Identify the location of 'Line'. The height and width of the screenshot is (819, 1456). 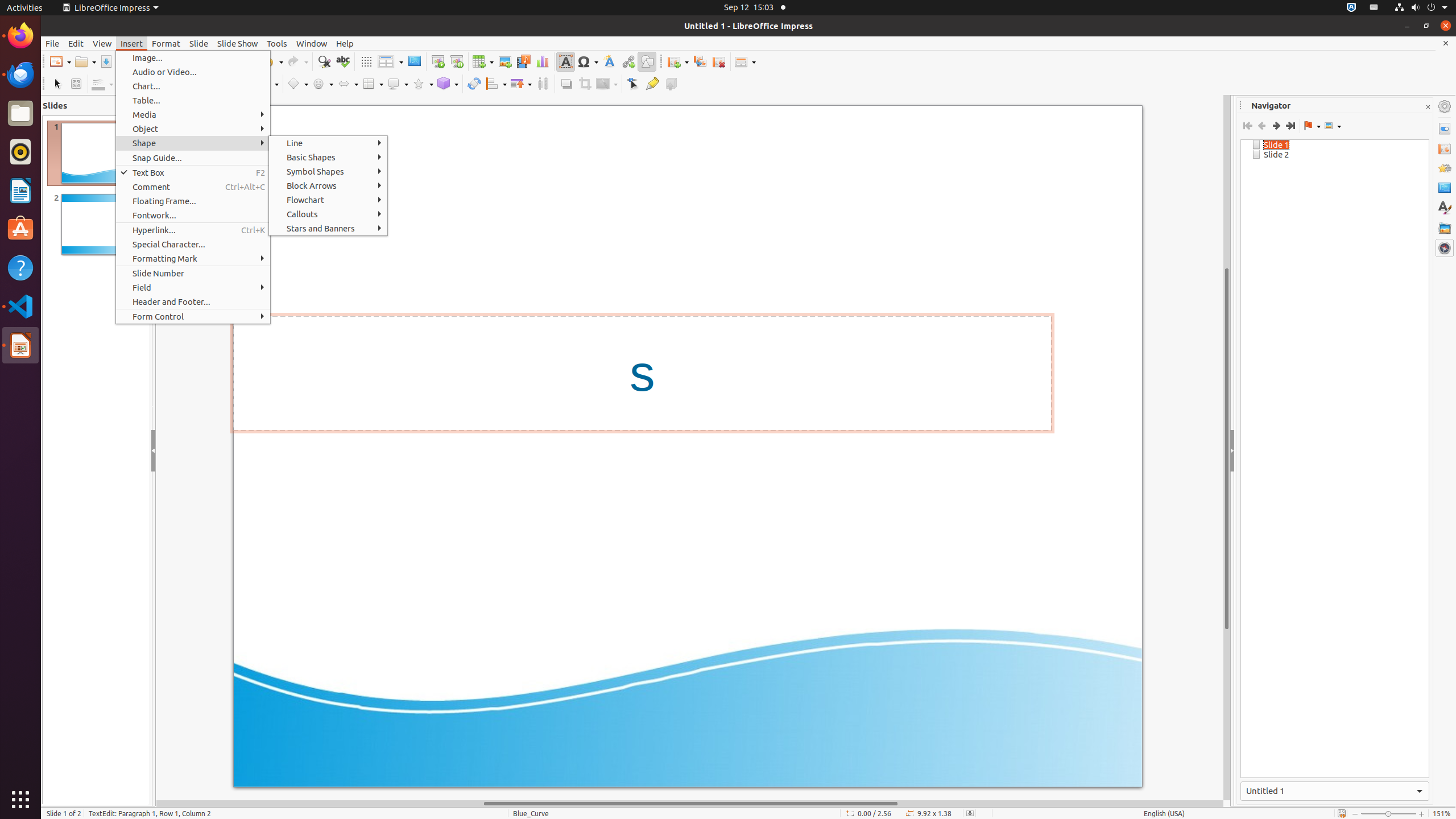
(328, 142).